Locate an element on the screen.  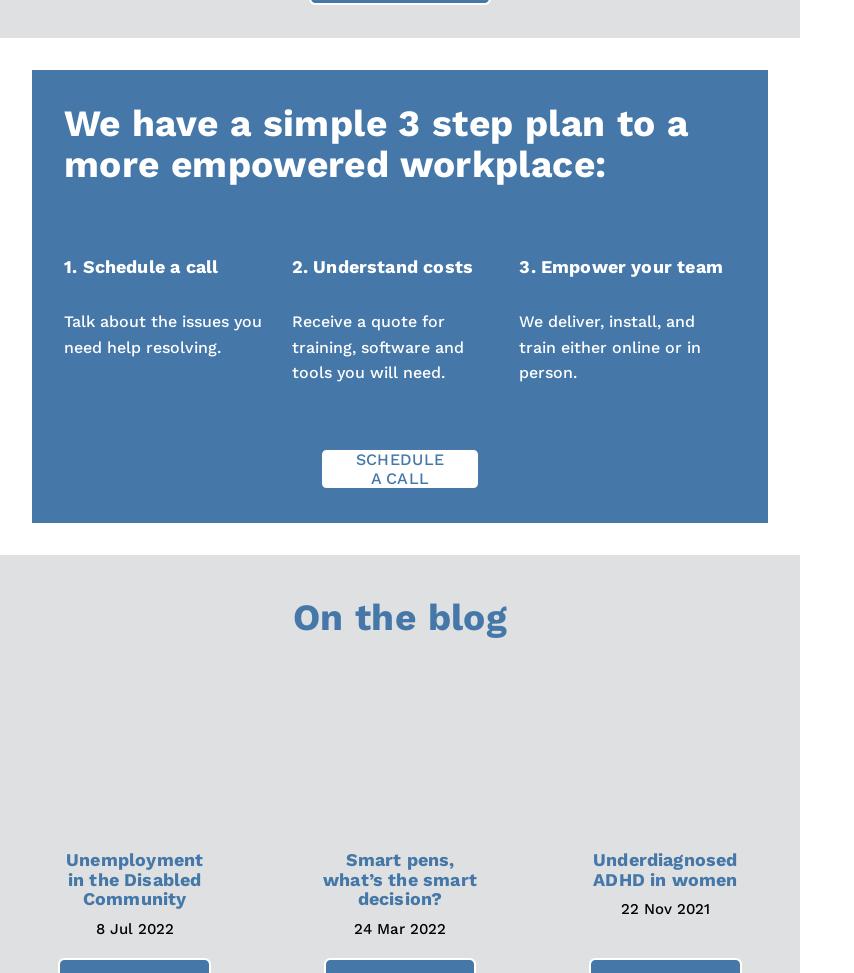
'22 Nov 2021' is located at coordinates (619, 907).